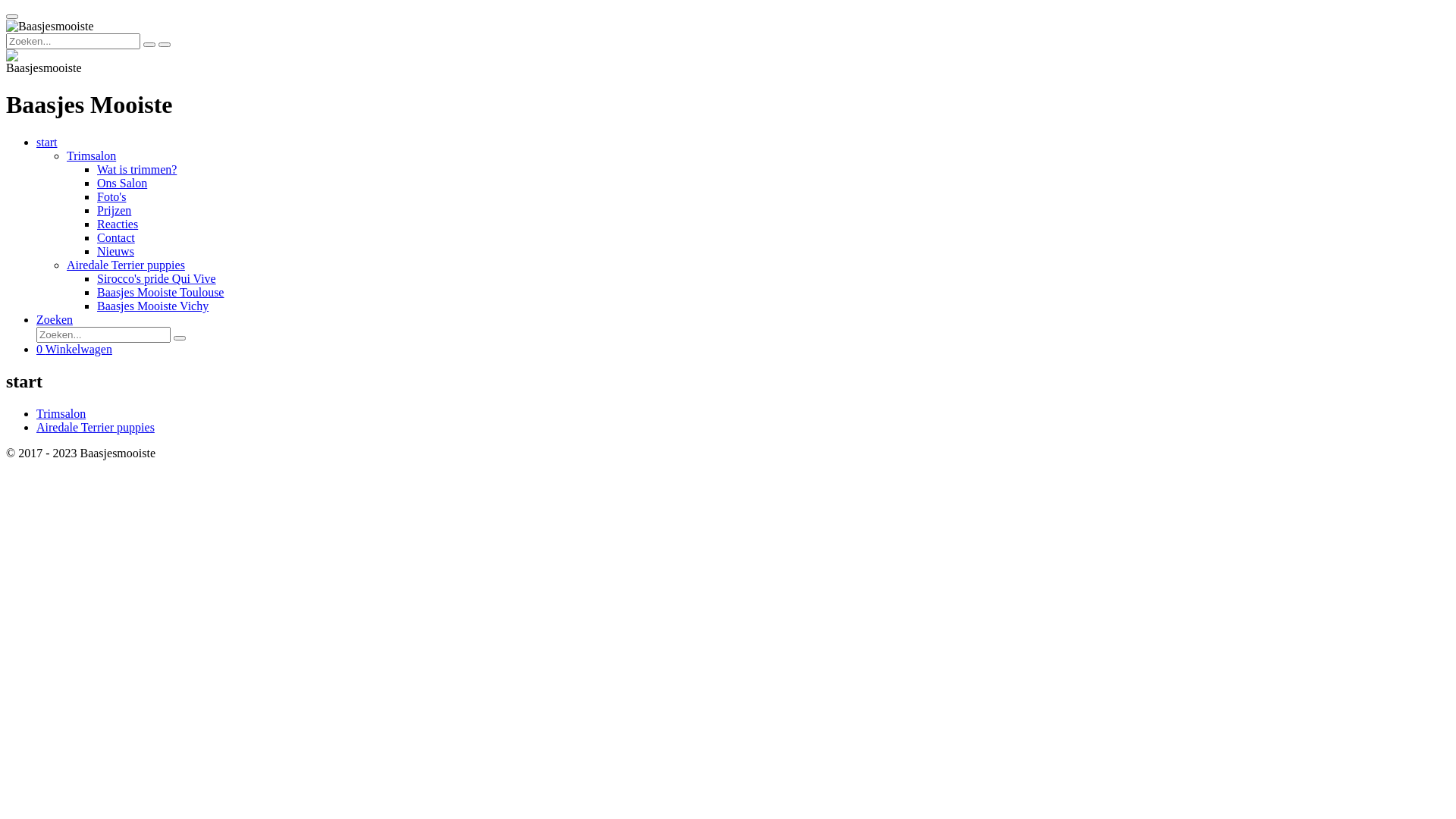  Describe the element at coordinates (90, 155) in the screenshot. I see `'Trimsalon'` at that location.